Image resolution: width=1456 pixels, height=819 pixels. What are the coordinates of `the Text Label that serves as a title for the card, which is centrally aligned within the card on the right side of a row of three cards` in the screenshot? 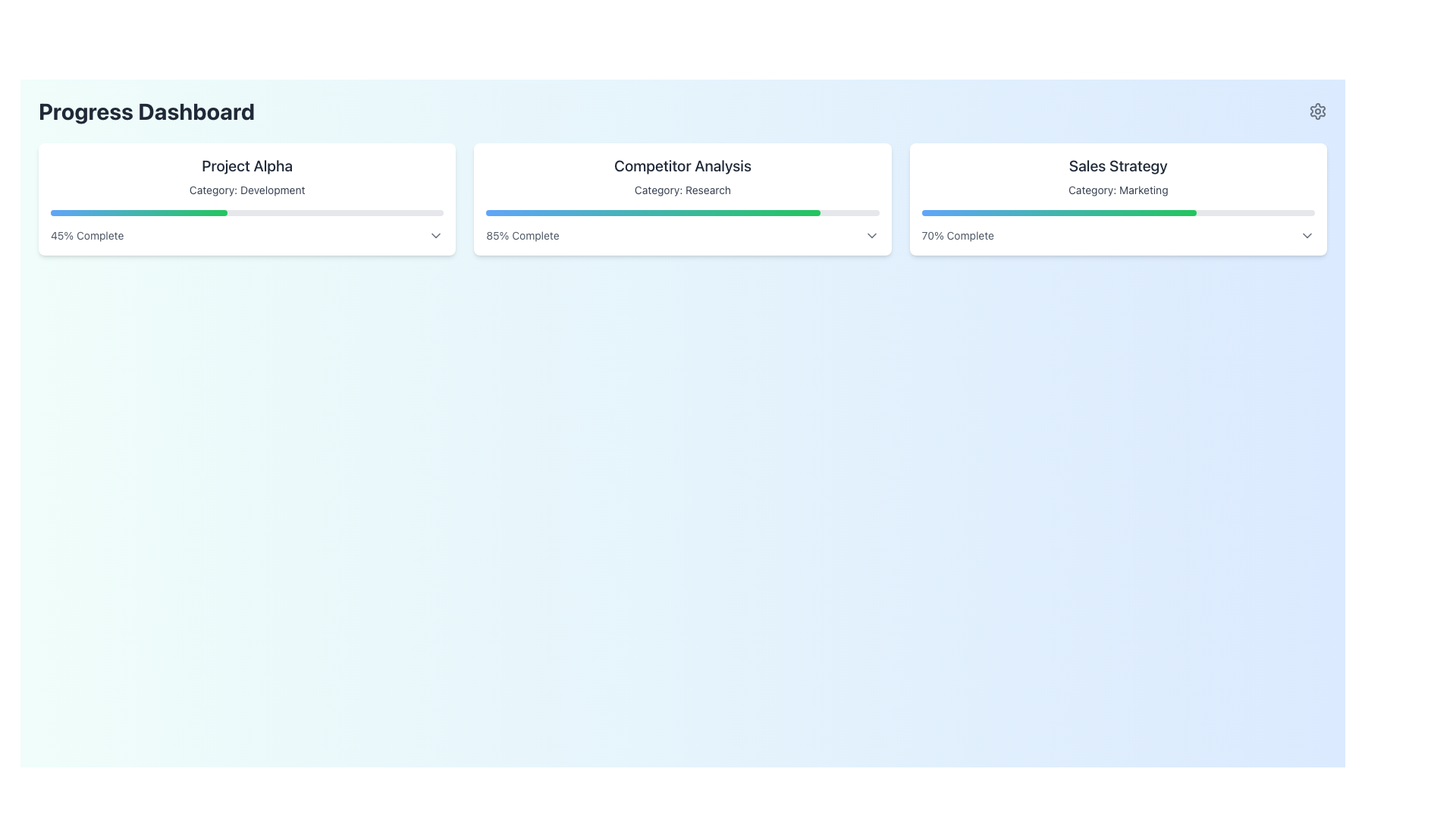 It's located at (1118, 166).